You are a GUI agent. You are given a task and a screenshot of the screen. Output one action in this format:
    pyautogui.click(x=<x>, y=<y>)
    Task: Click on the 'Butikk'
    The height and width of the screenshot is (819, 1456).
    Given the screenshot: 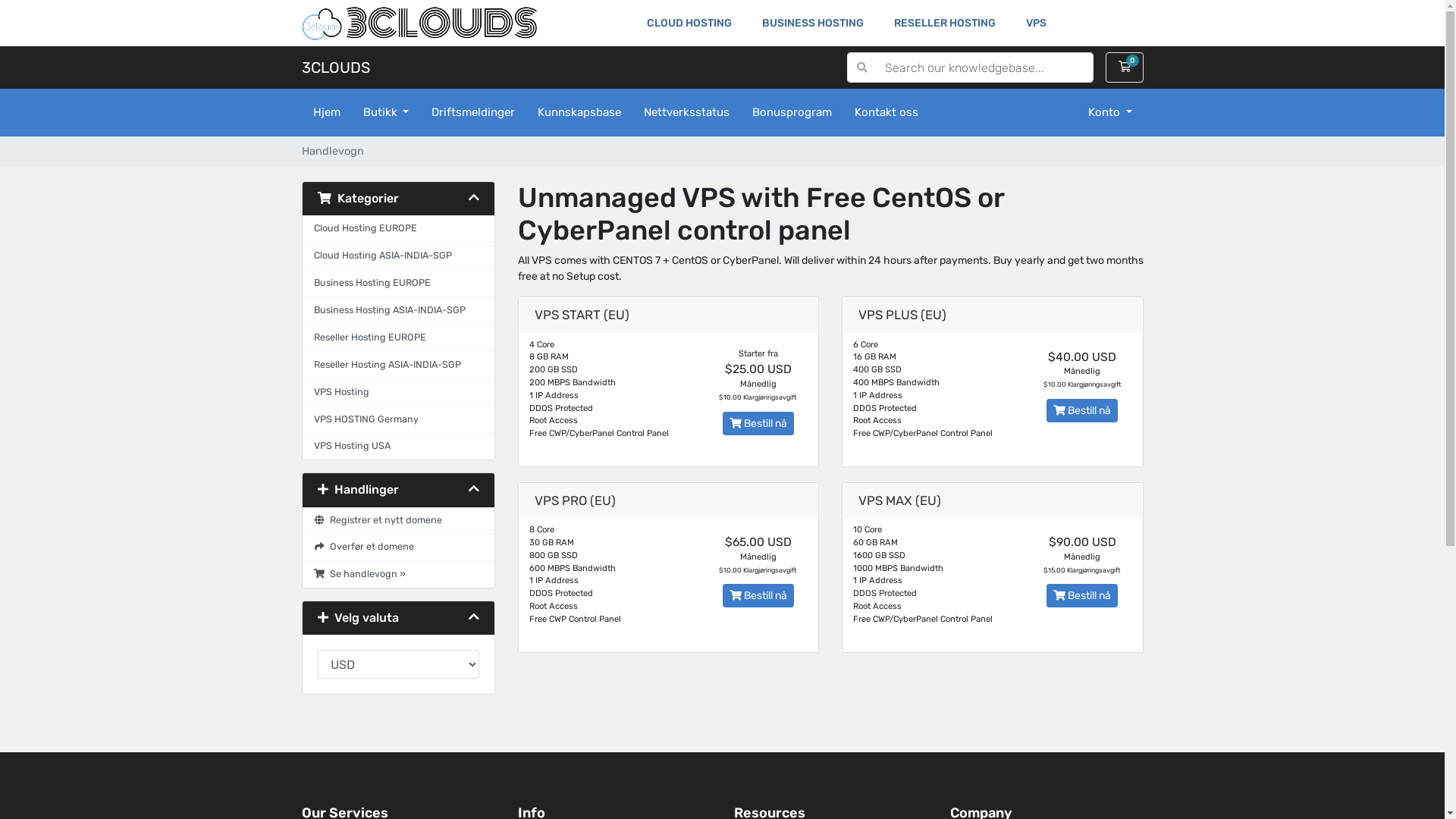 What is the action you would take?
    pyautogui.click(x=386, y=111)
    